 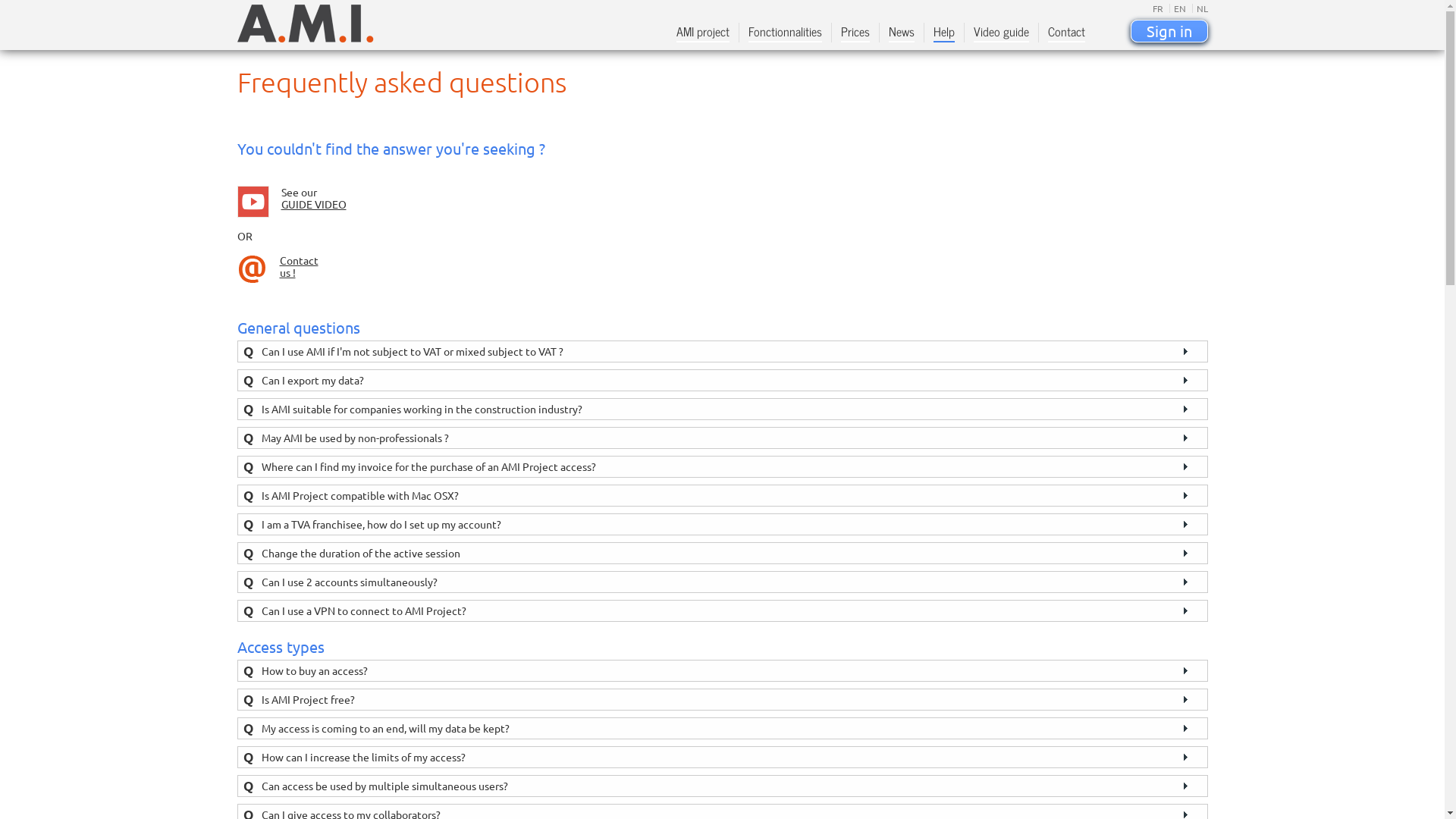 What do you see at coordinates (304, 23) in the screenshot?
I see `'AMI logo - Accounting Management Interface'` at bounding box center [304, 23].